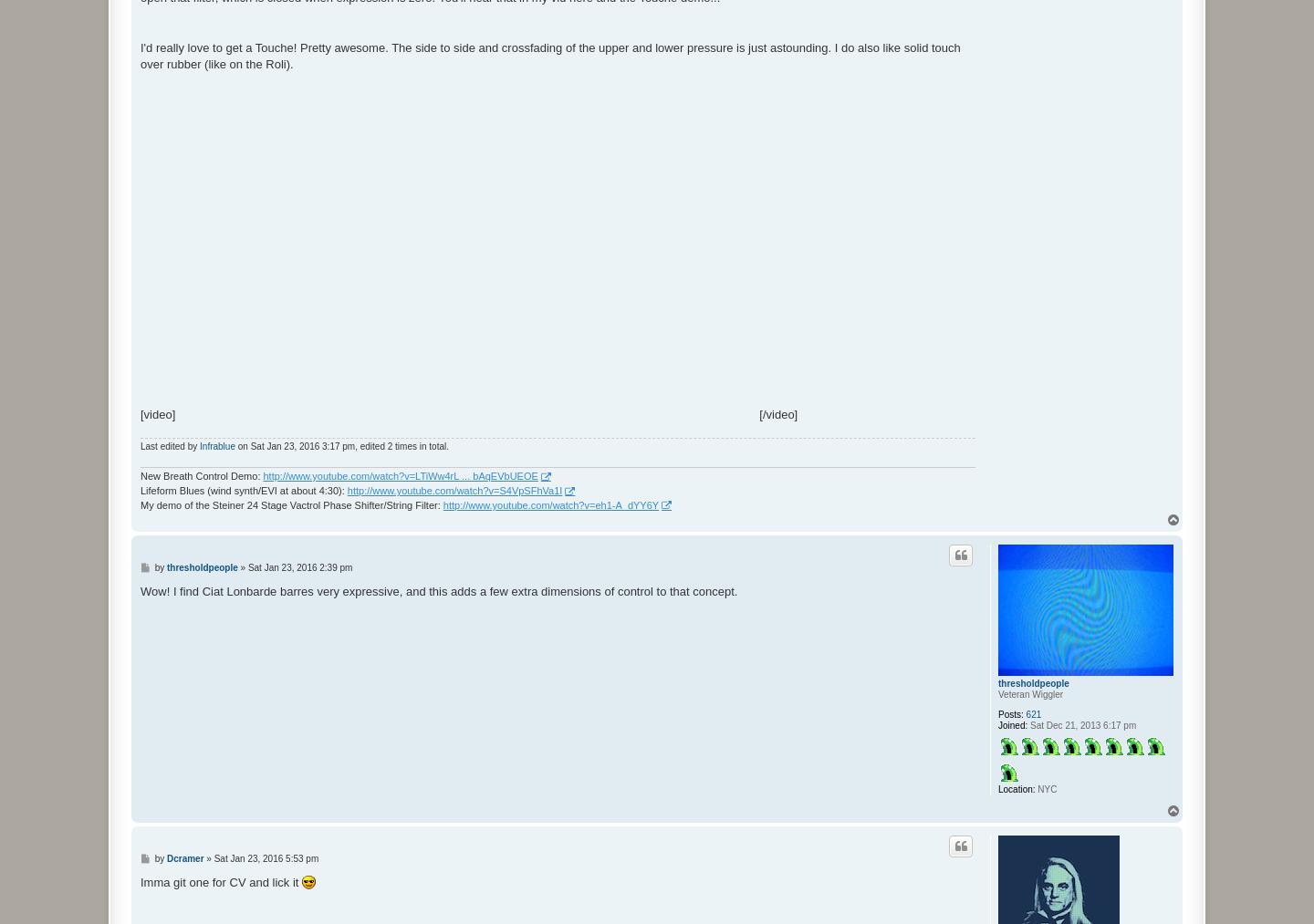 The image size is (1314, 924). Describe the element at coordinates (156, 412) in the screenshot. I see `'[video]'` at that location.